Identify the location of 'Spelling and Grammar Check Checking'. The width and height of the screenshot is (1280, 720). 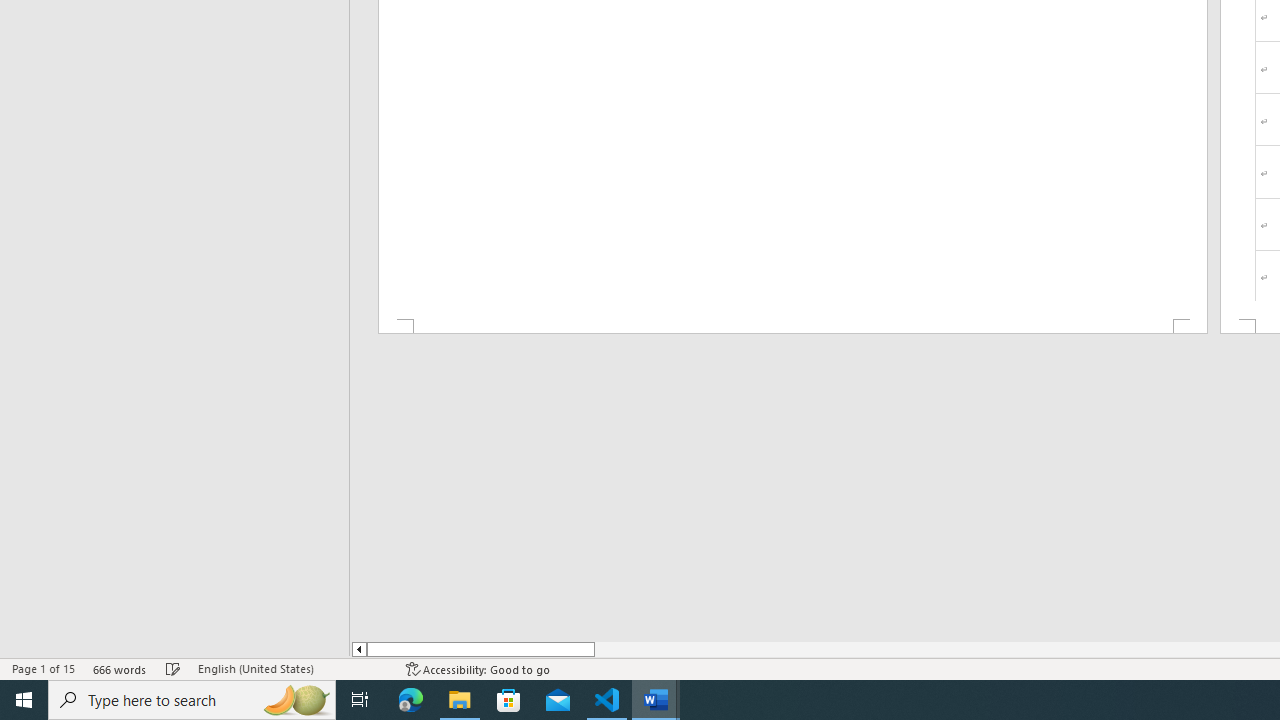
(173, 669).